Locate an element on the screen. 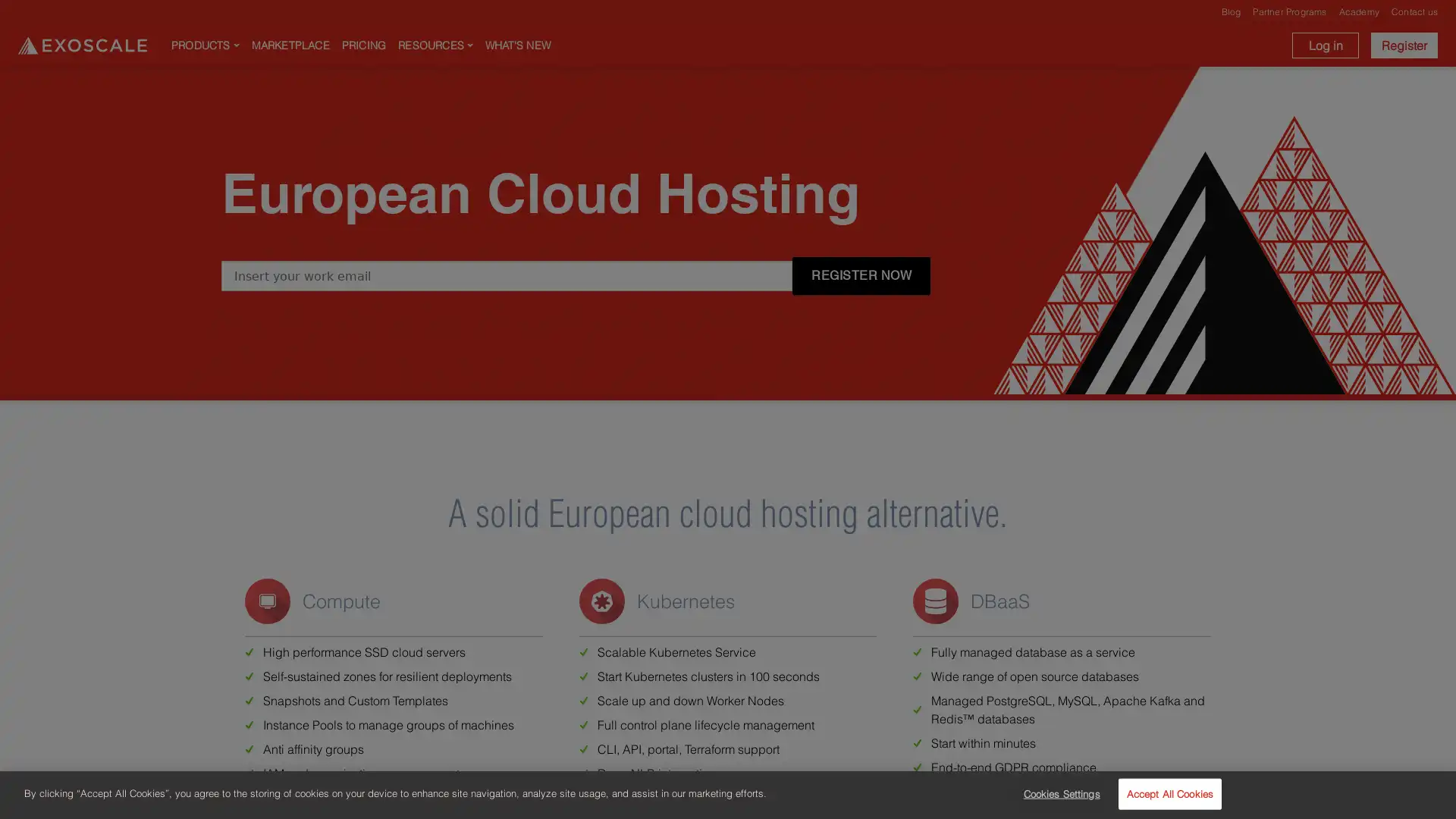 Image resolution: width=1456 pixels, height=819 pixels. Cookies Settings is located at coordinates (1056, 792).